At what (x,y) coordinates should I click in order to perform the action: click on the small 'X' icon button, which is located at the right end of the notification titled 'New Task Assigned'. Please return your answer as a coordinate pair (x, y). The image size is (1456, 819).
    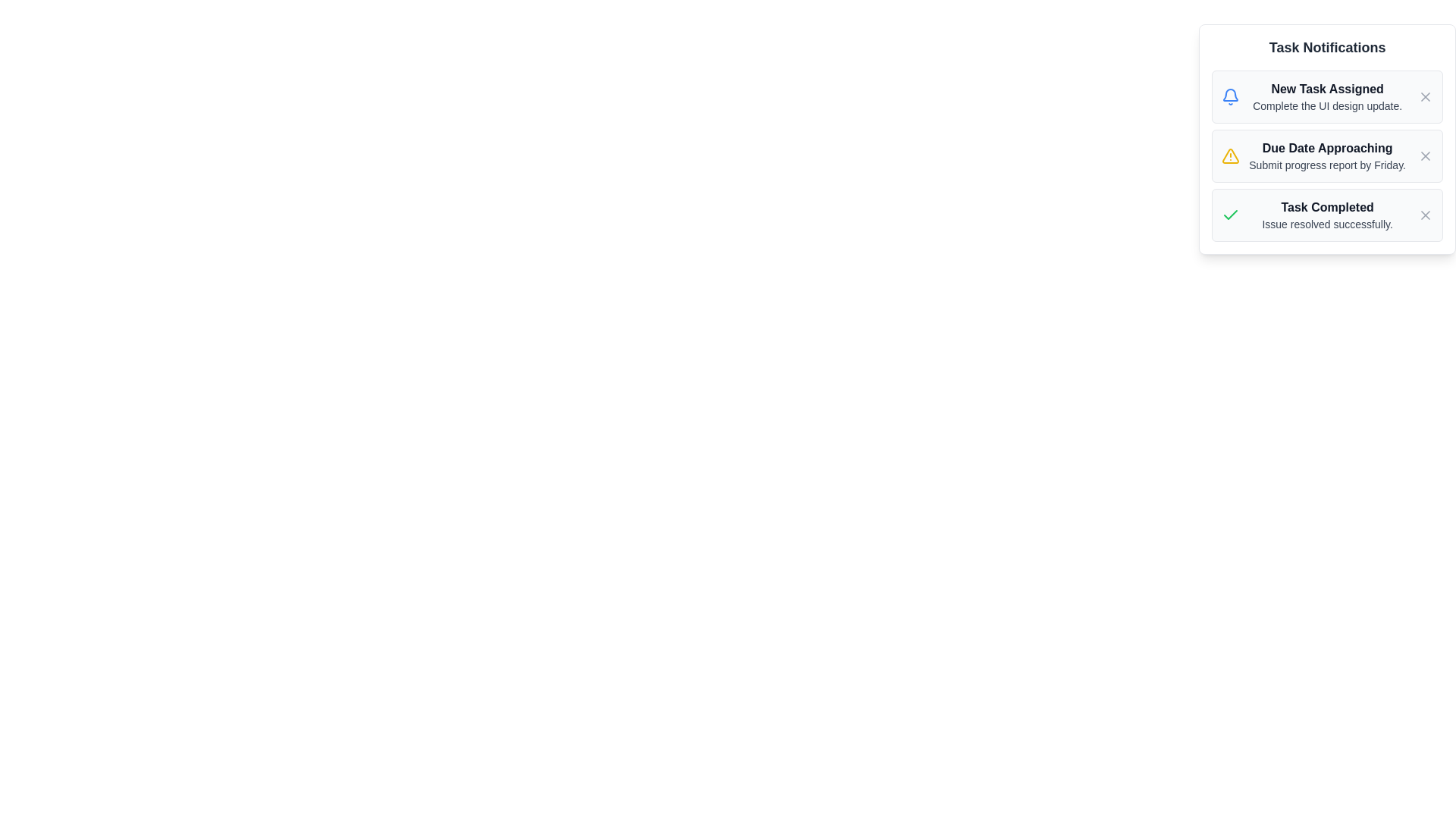
    Looking at the image, I should click on (1425, 96).